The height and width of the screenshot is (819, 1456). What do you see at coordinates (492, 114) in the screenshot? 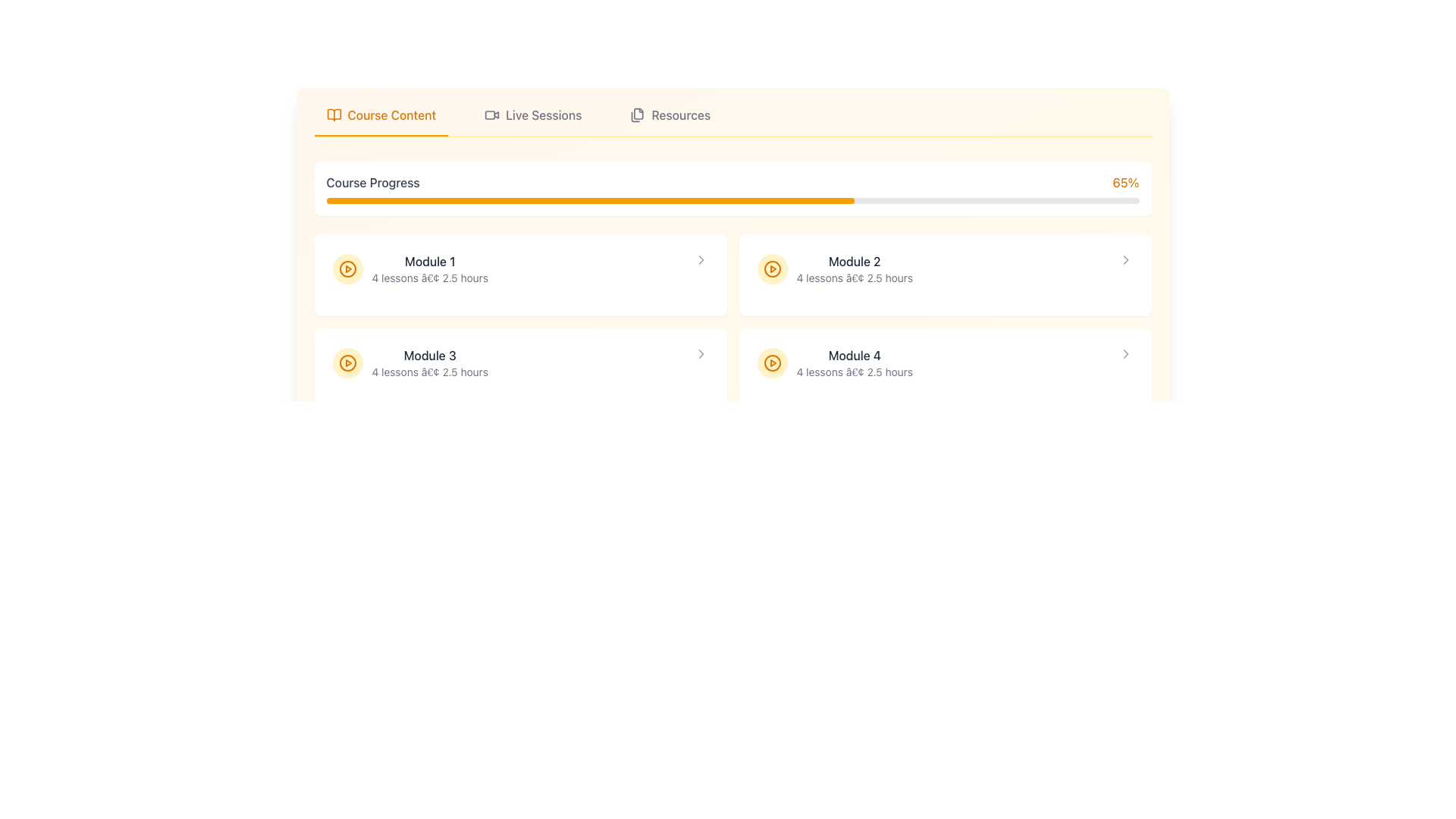
I see `the icon in the navigation area` at bounding box center [492, 114].